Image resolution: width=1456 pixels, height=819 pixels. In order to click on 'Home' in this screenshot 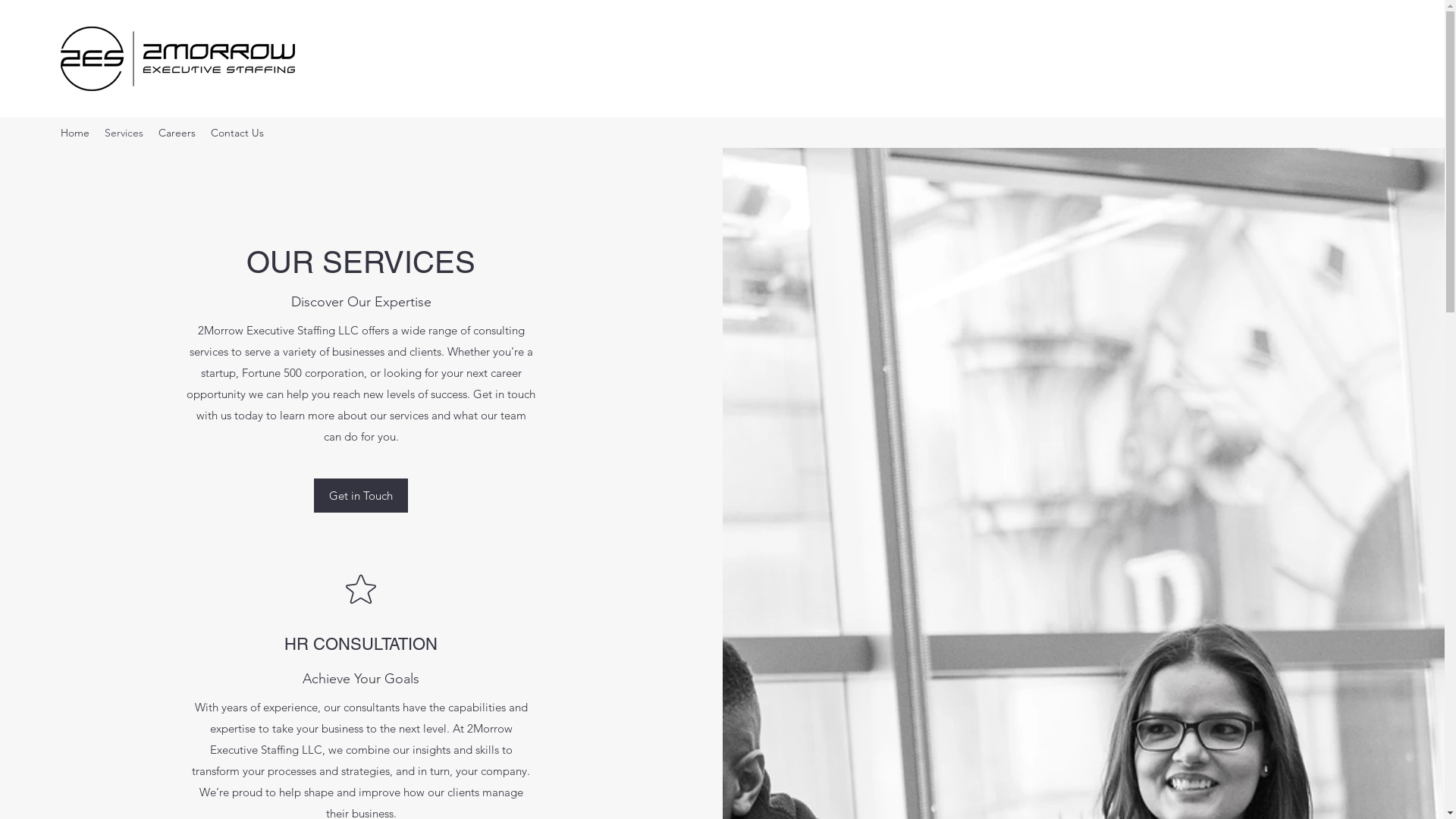, I will do `click(53, 131)`.